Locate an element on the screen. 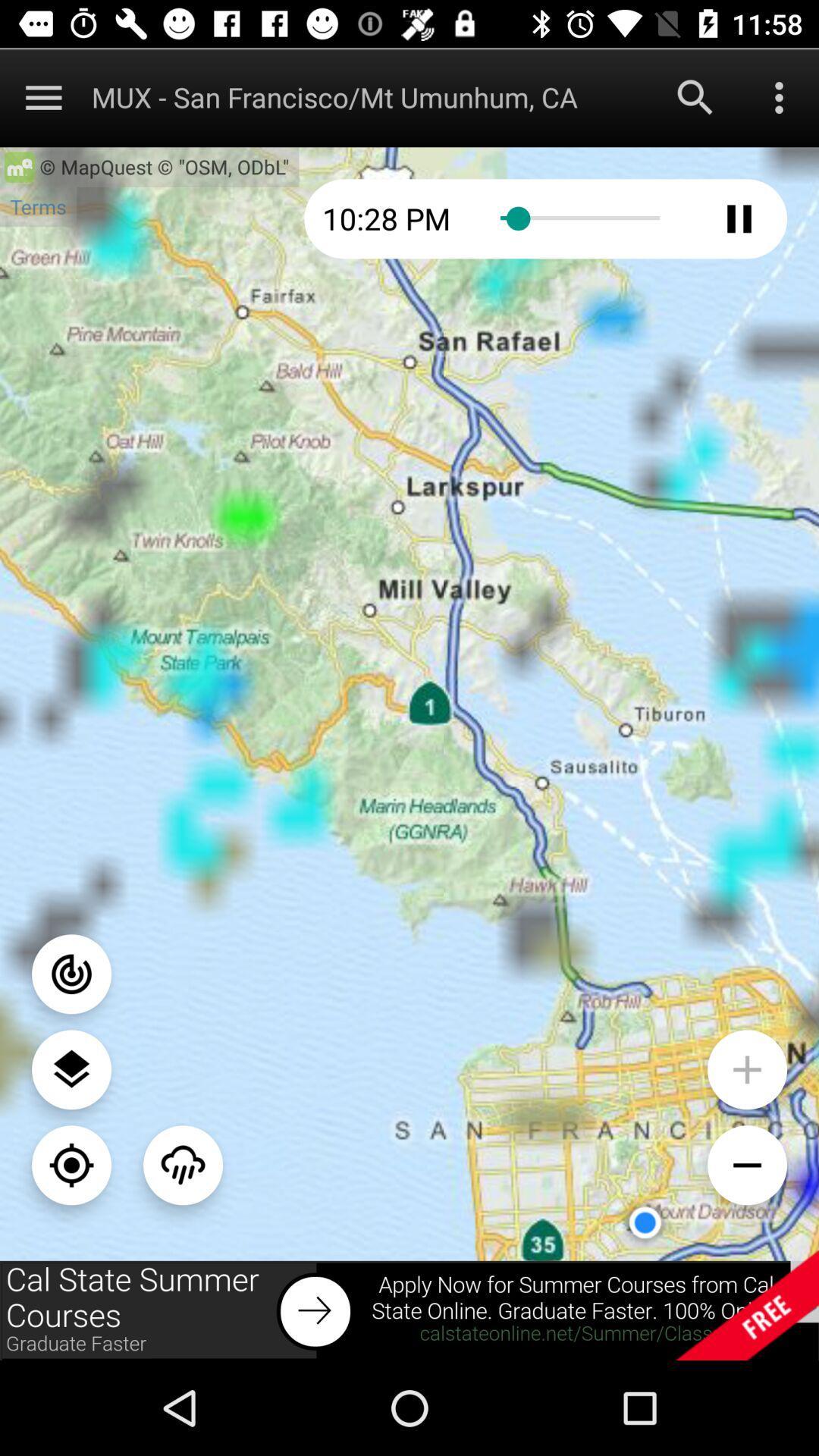 The height and width of the screenshot is (1456, 819). zoom button is located at coordinates (746, 1164).